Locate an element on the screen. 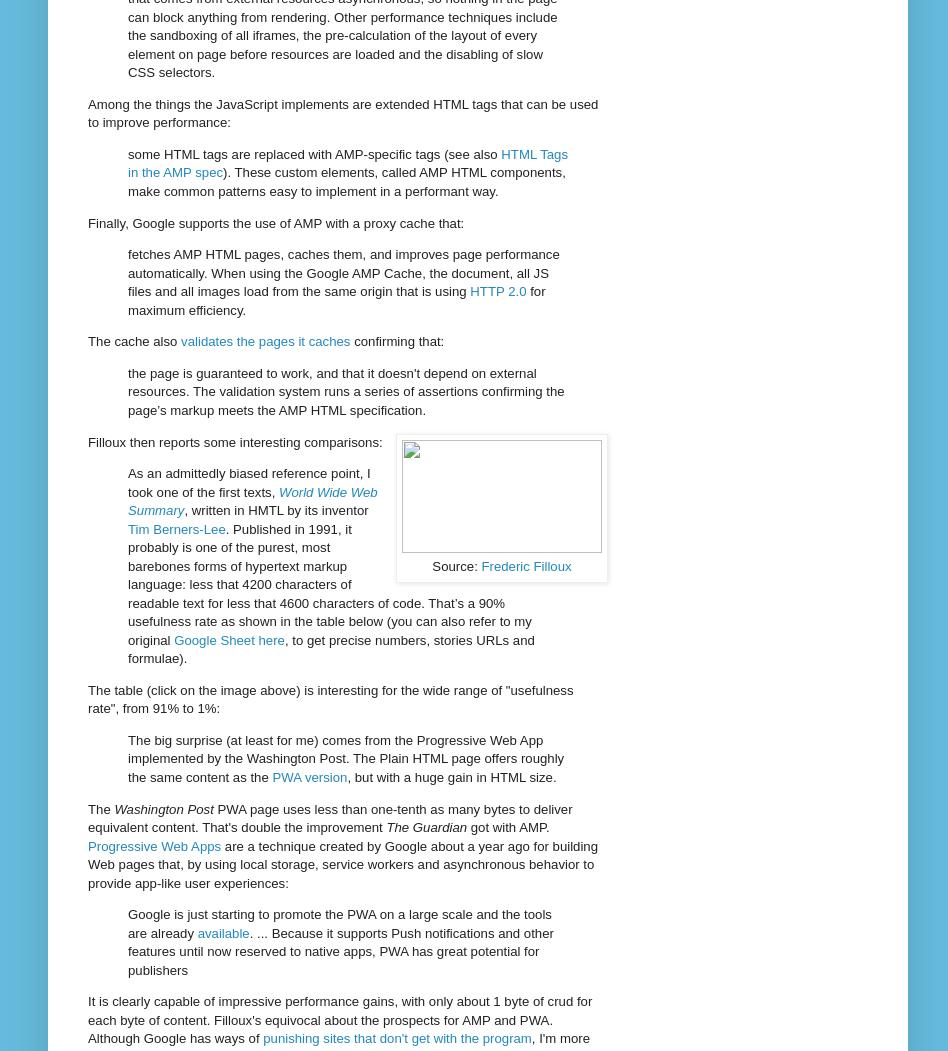 The height and width of the screenshot is (1051, 948). 'Source:' is located at coordinates (455, 566).